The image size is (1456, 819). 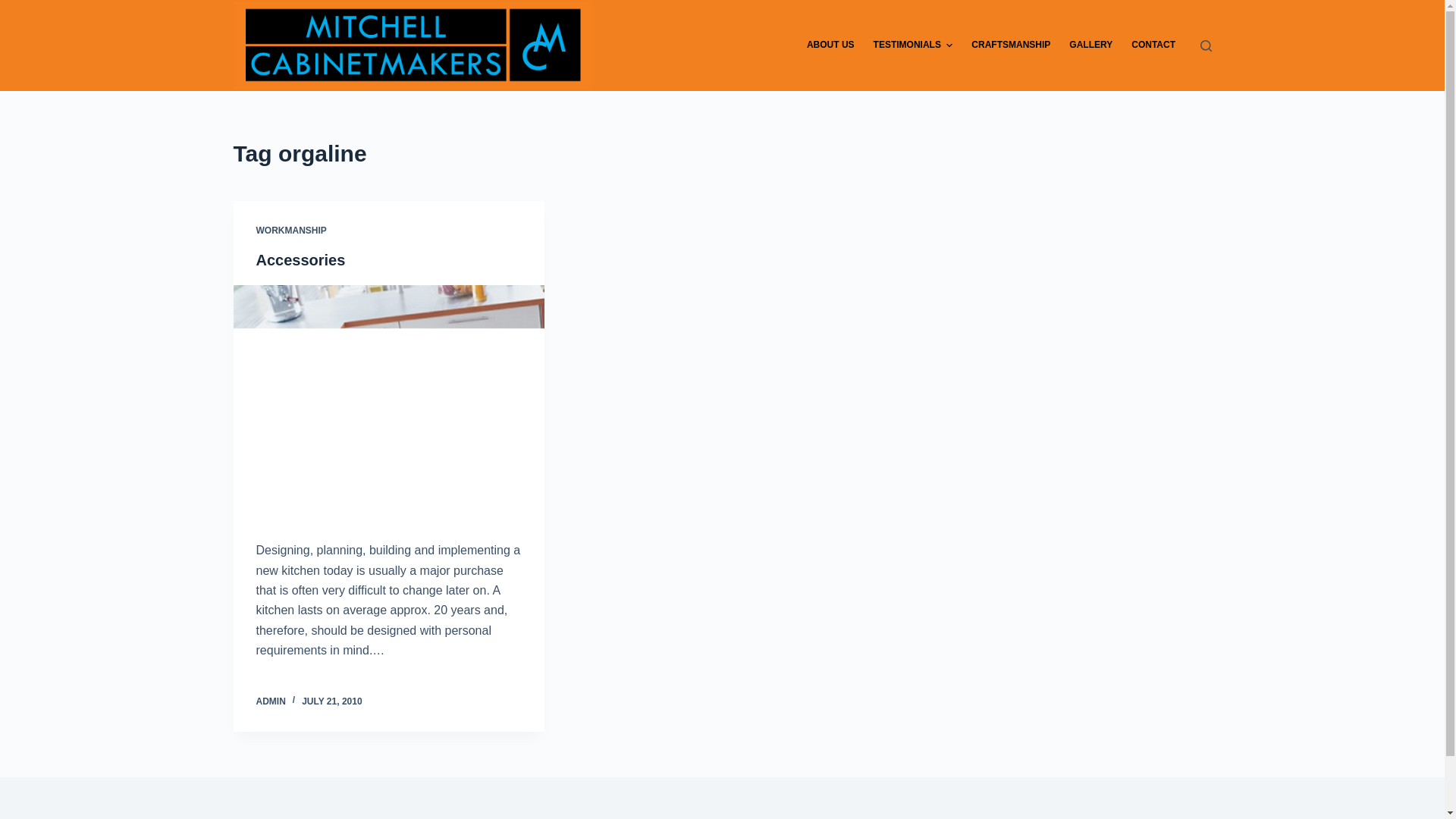 I want to click on 'ABOUT US', so click(x=829, y=45).